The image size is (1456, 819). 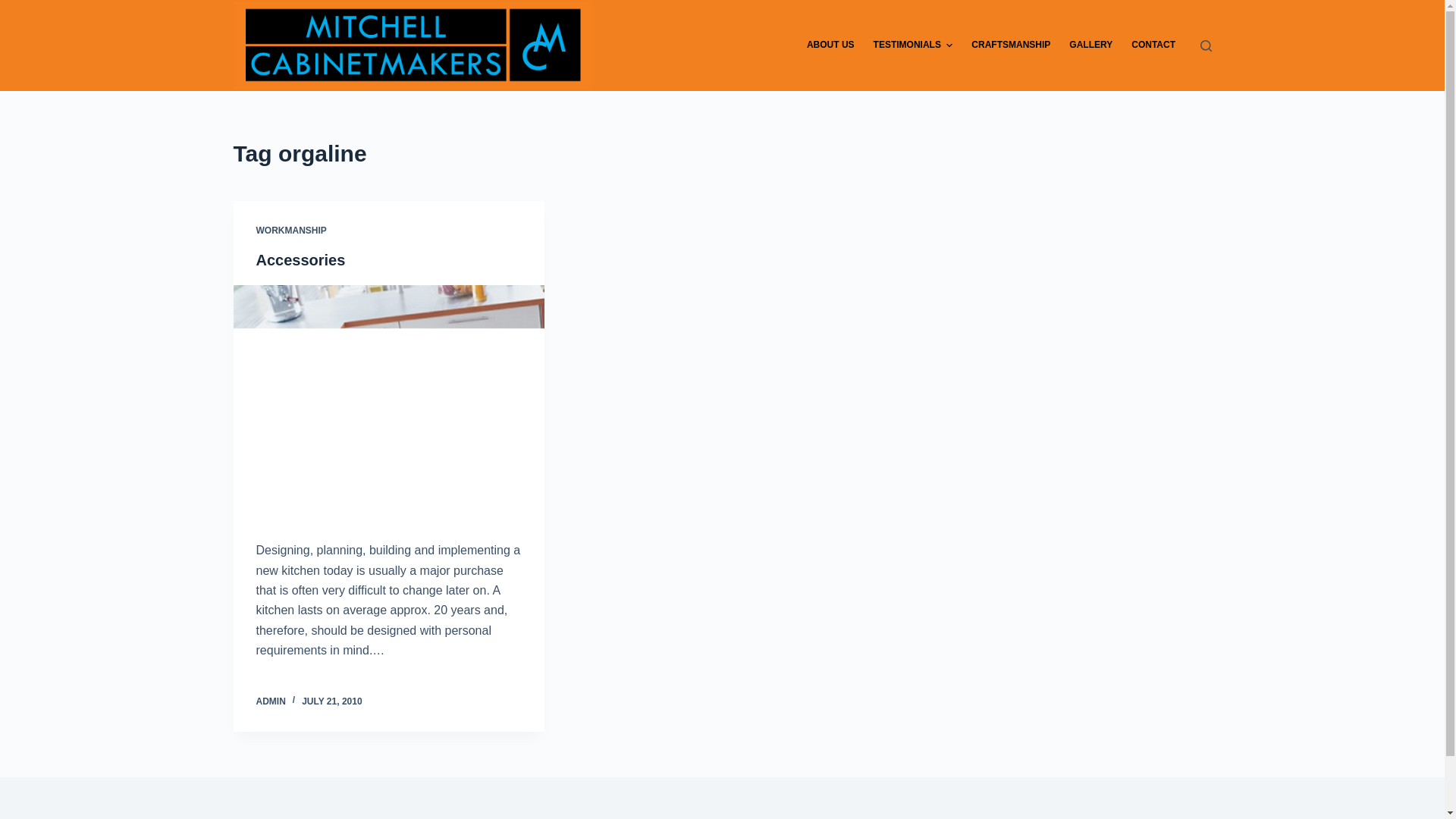 I want to click on 'ABOUT US', so click(x=829, y=45).